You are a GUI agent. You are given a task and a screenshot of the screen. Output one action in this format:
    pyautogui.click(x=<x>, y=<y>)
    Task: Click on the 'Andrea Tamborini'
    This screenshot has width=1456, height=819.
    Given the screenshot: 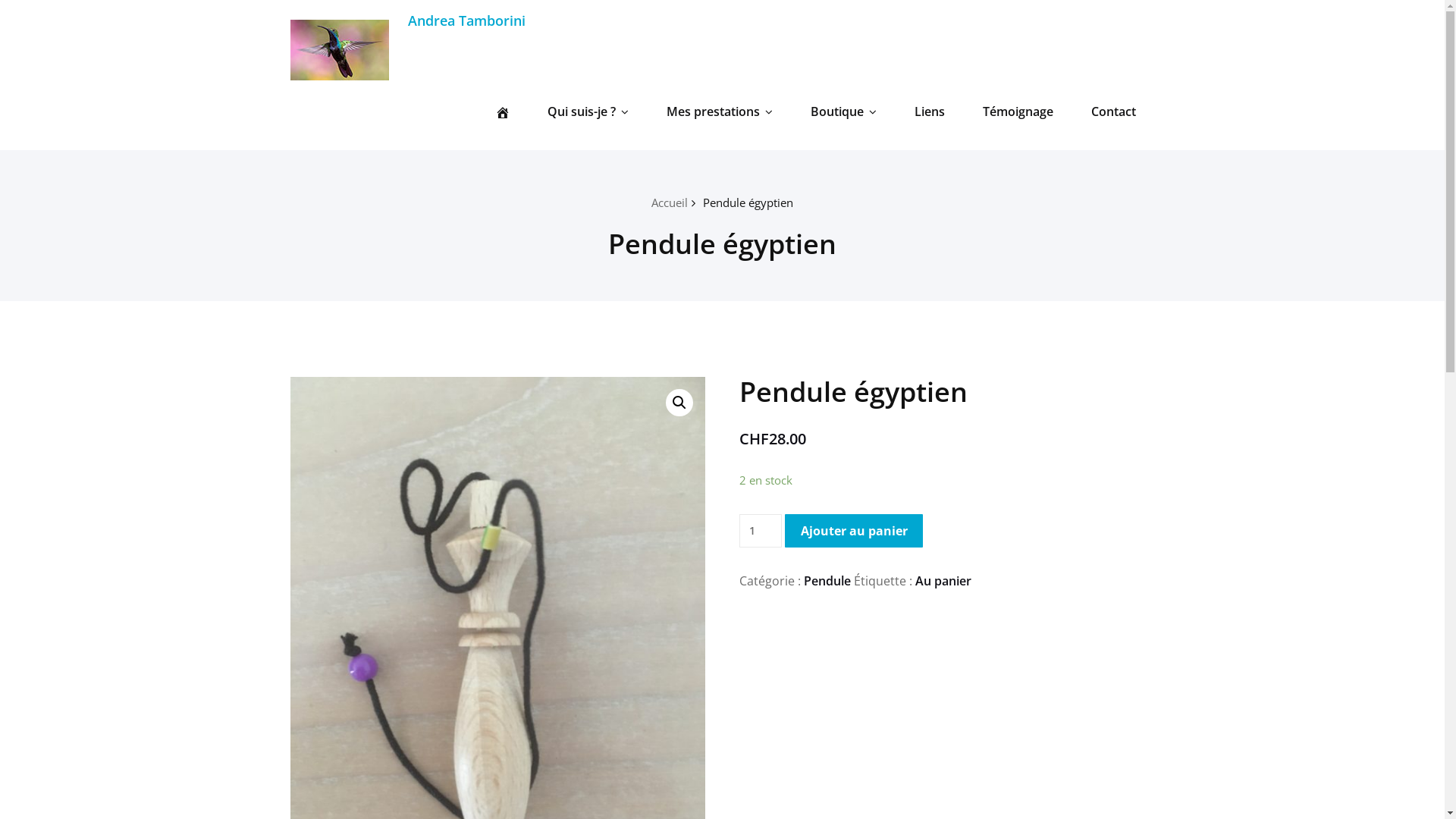 What is the action you would take?
    pyautogui.click(x=466, y=20)
    